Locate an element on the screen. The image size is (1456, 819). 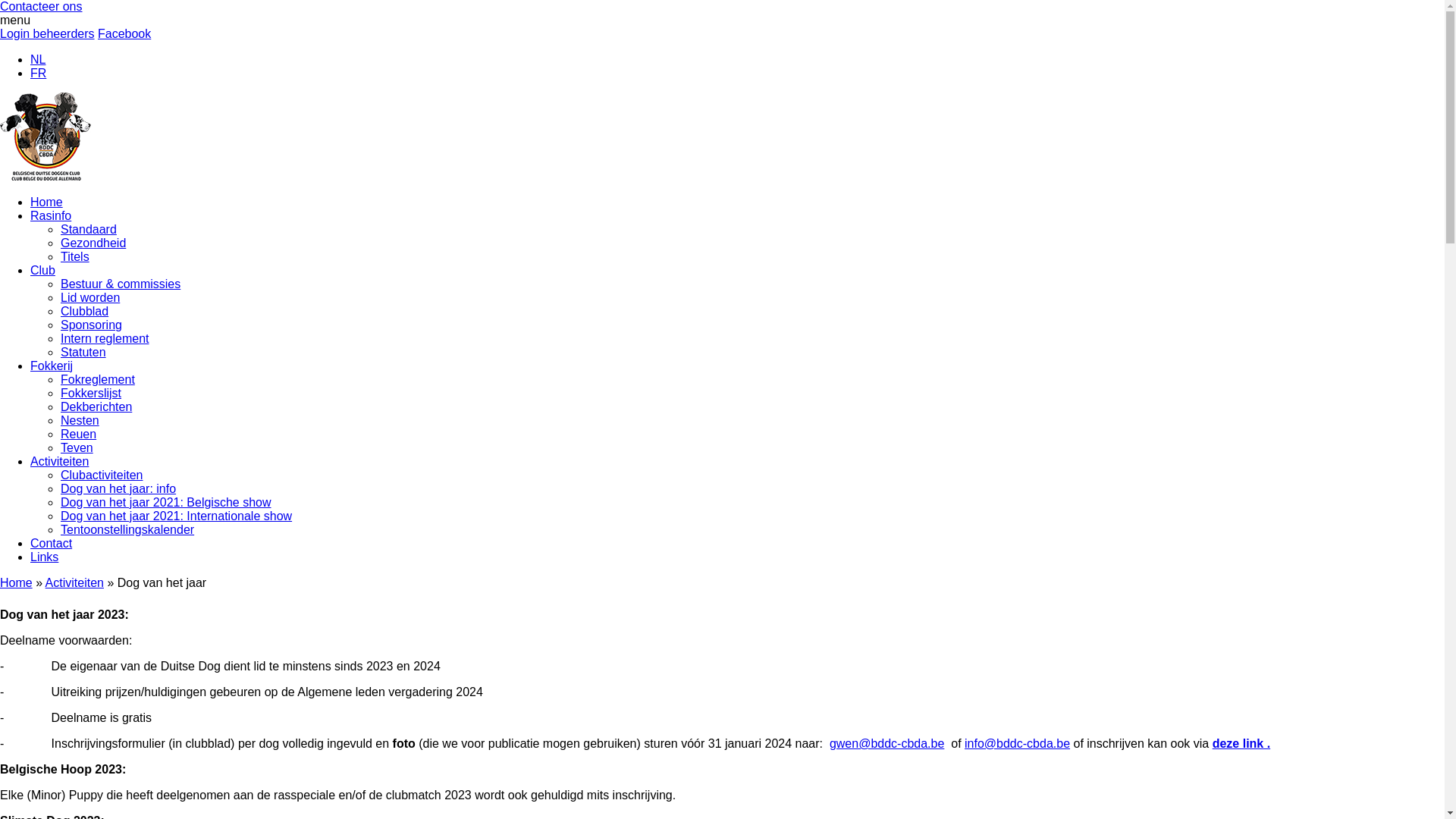
'Dekberichten' is located at coordinates (95, 406).